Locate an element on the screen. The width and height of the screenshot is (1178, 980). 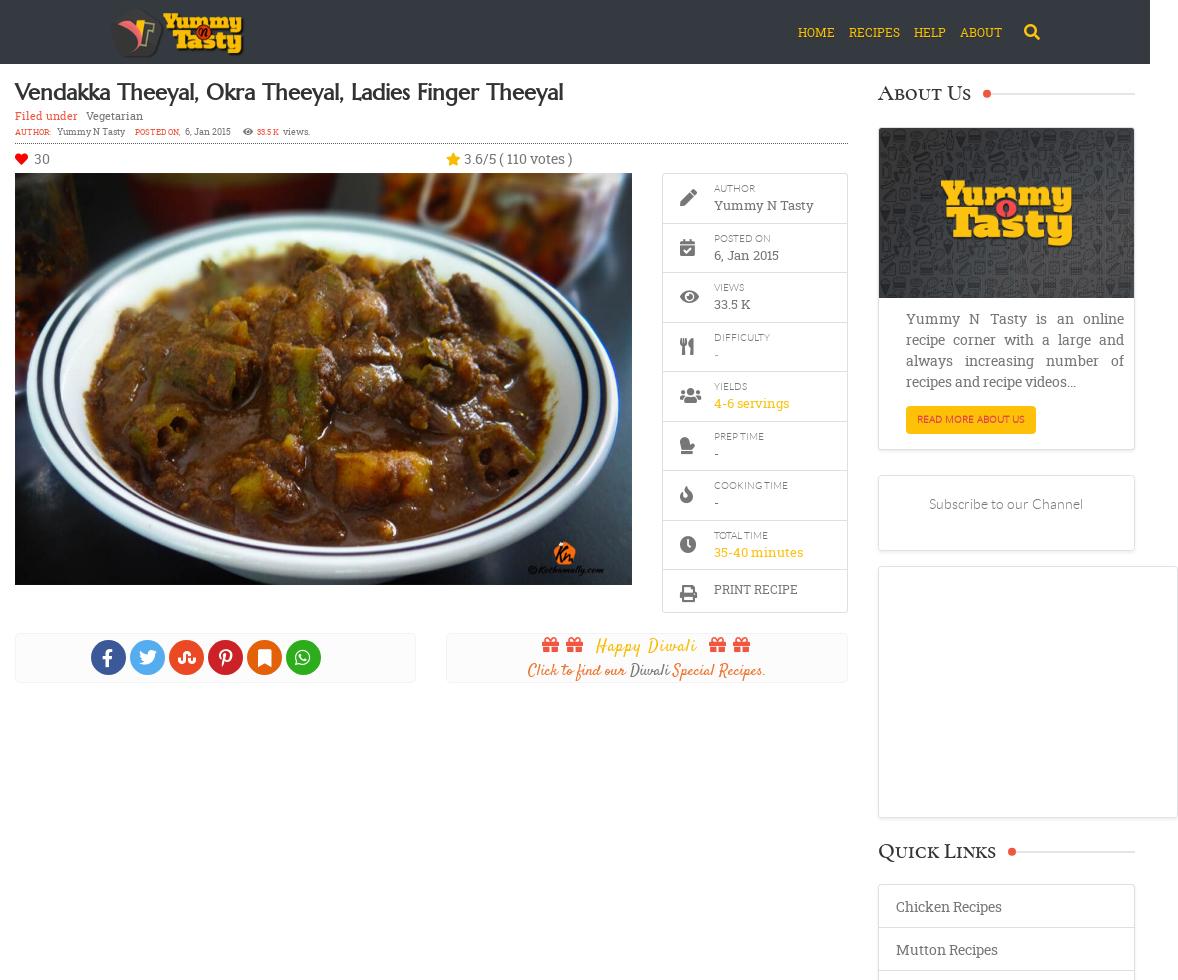
'Vegetarian' is located at coordinates (113, 115).